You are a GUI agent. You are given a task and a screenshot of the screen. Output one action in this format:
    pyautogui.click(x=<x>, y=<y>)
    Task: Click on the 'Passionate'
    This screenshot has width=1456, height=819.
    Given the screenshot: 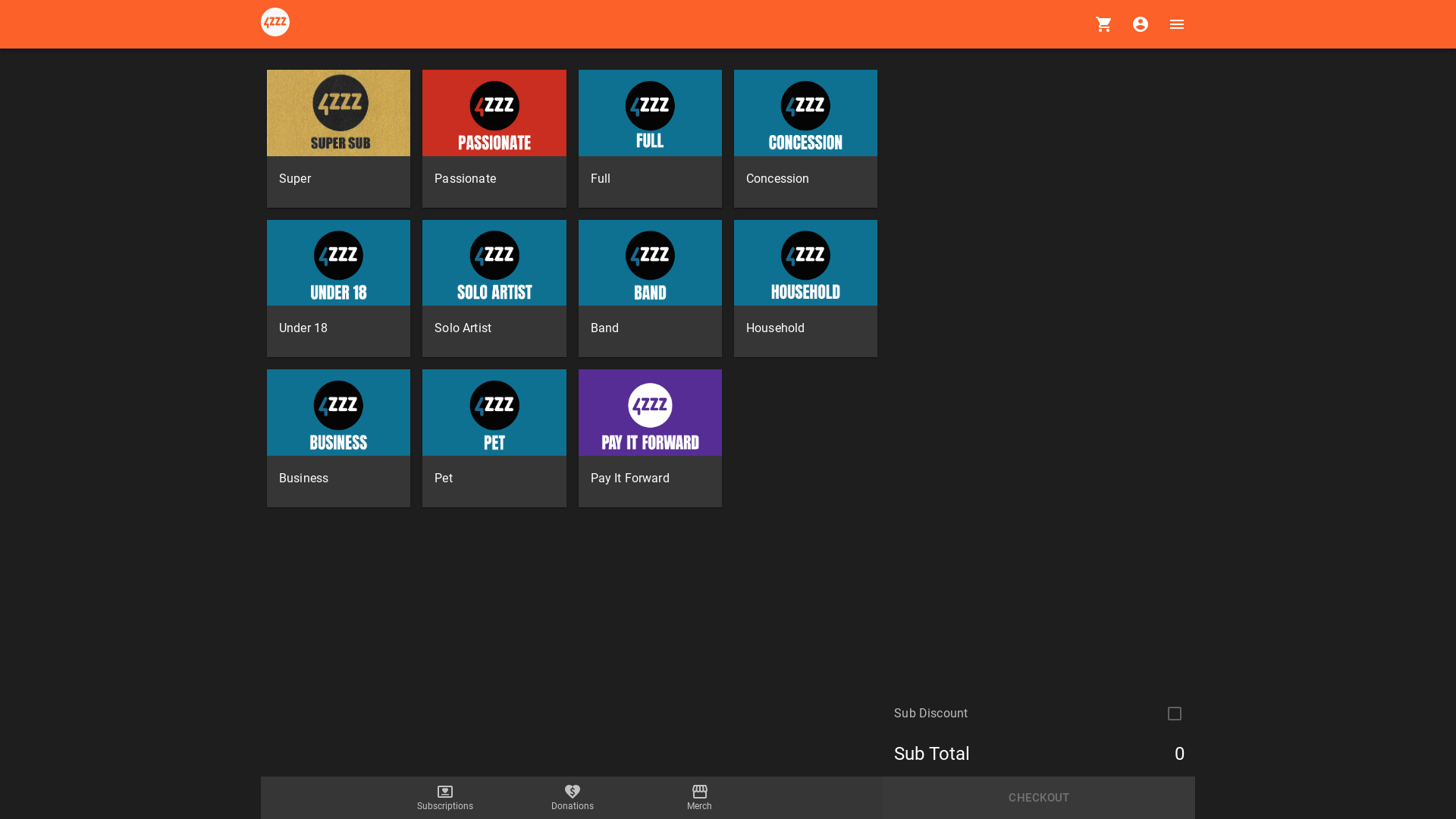 What is the action you would take?
    pyautogui.click(x=494, y=138)
    